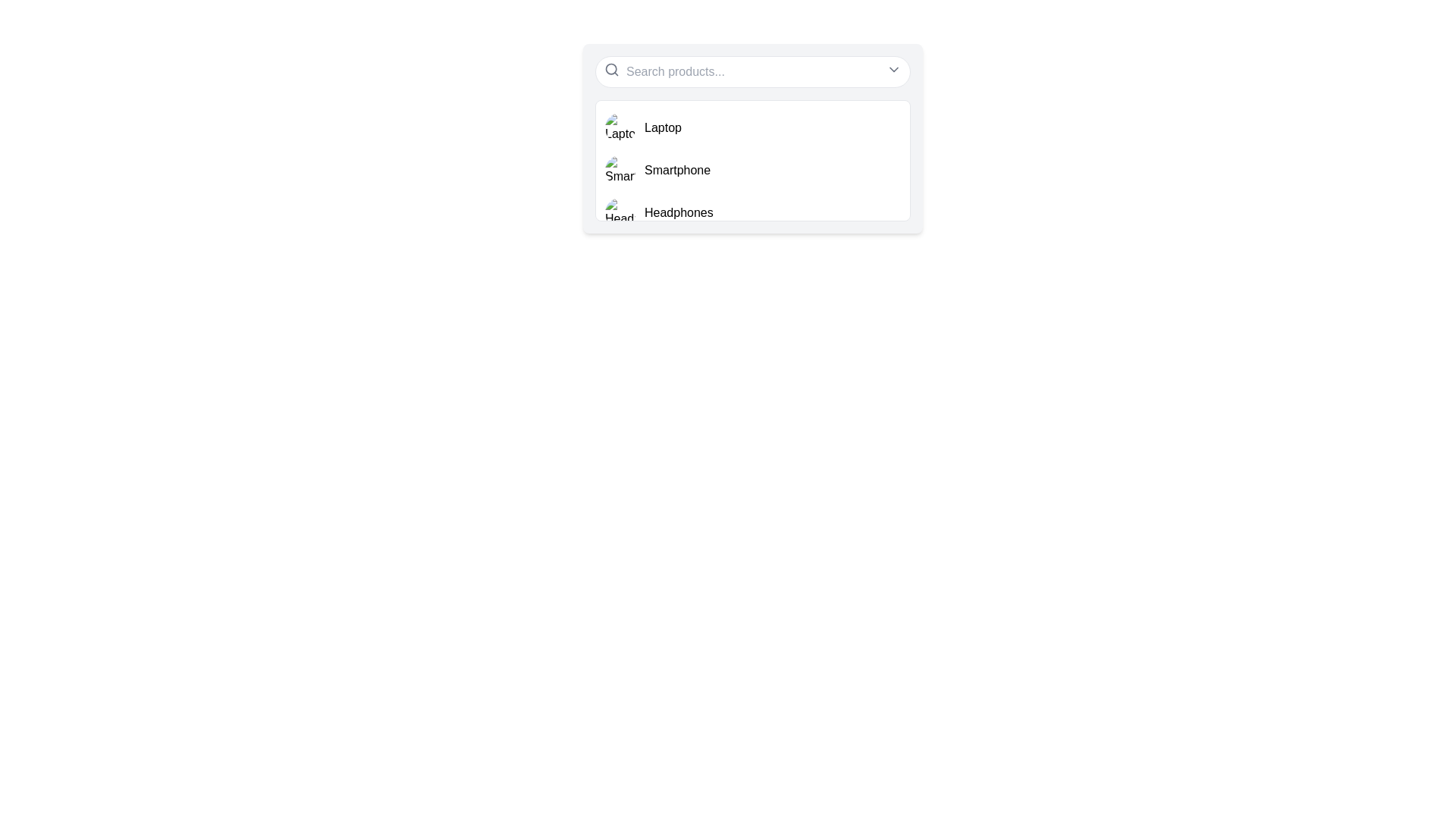 The width and height of the screenshot is (1456, 819). I want to click on the second list item in the dropdown menu that represents the 'Smartphone' category, so click(753, 170).